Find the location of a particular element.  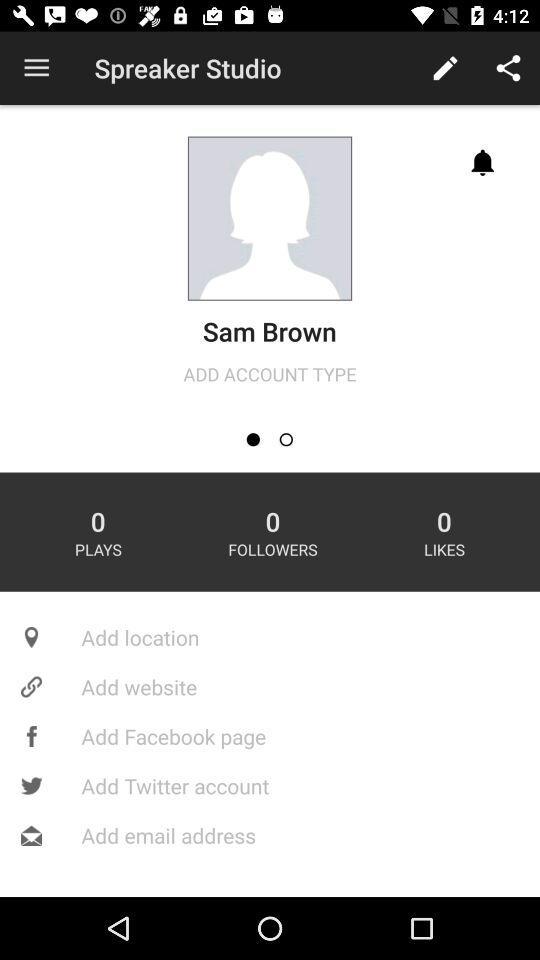

the image above sam brown is located at coordinates (270, 218).